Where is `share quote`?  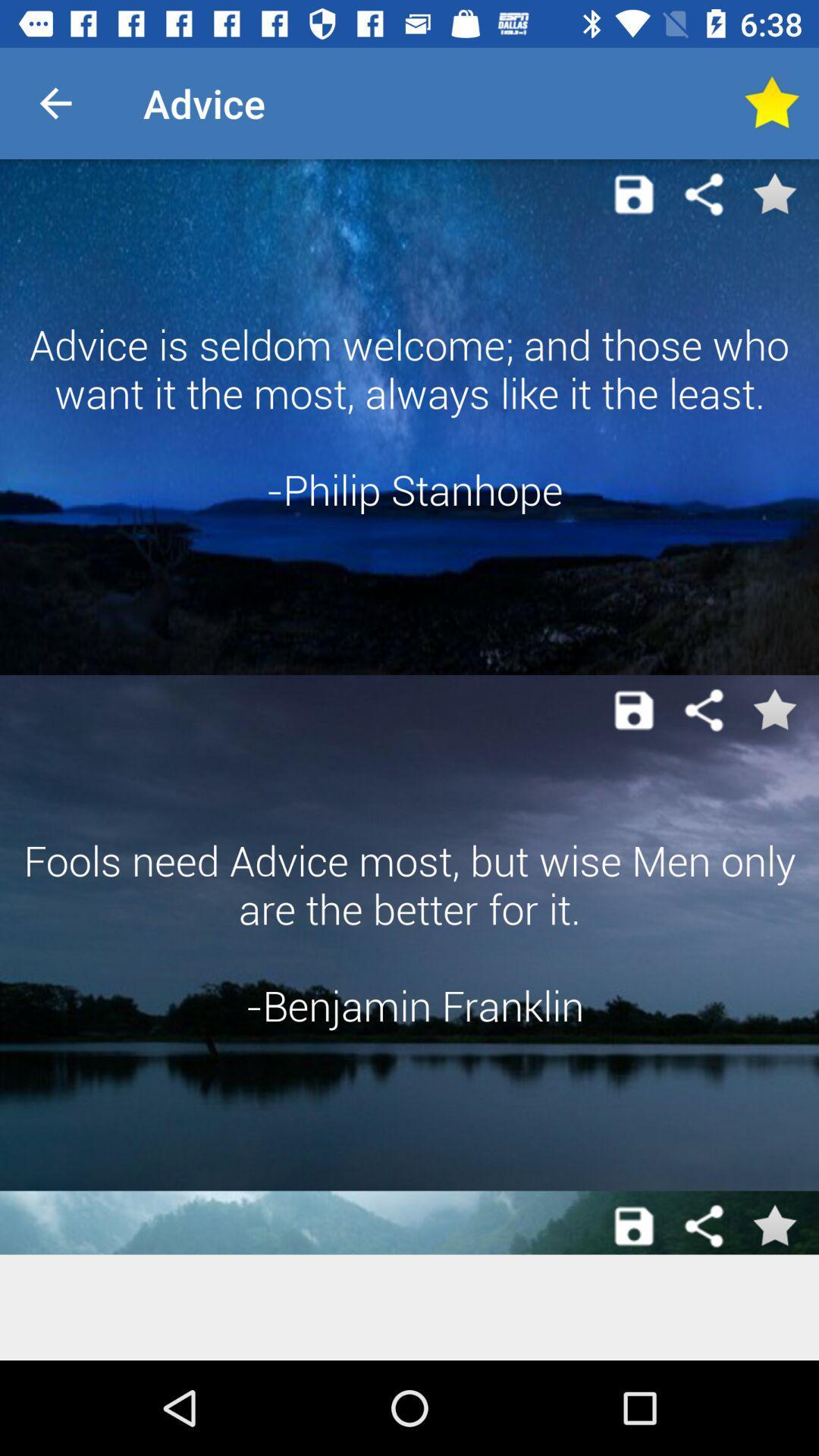 share quote is located at coordinates (704, 709).